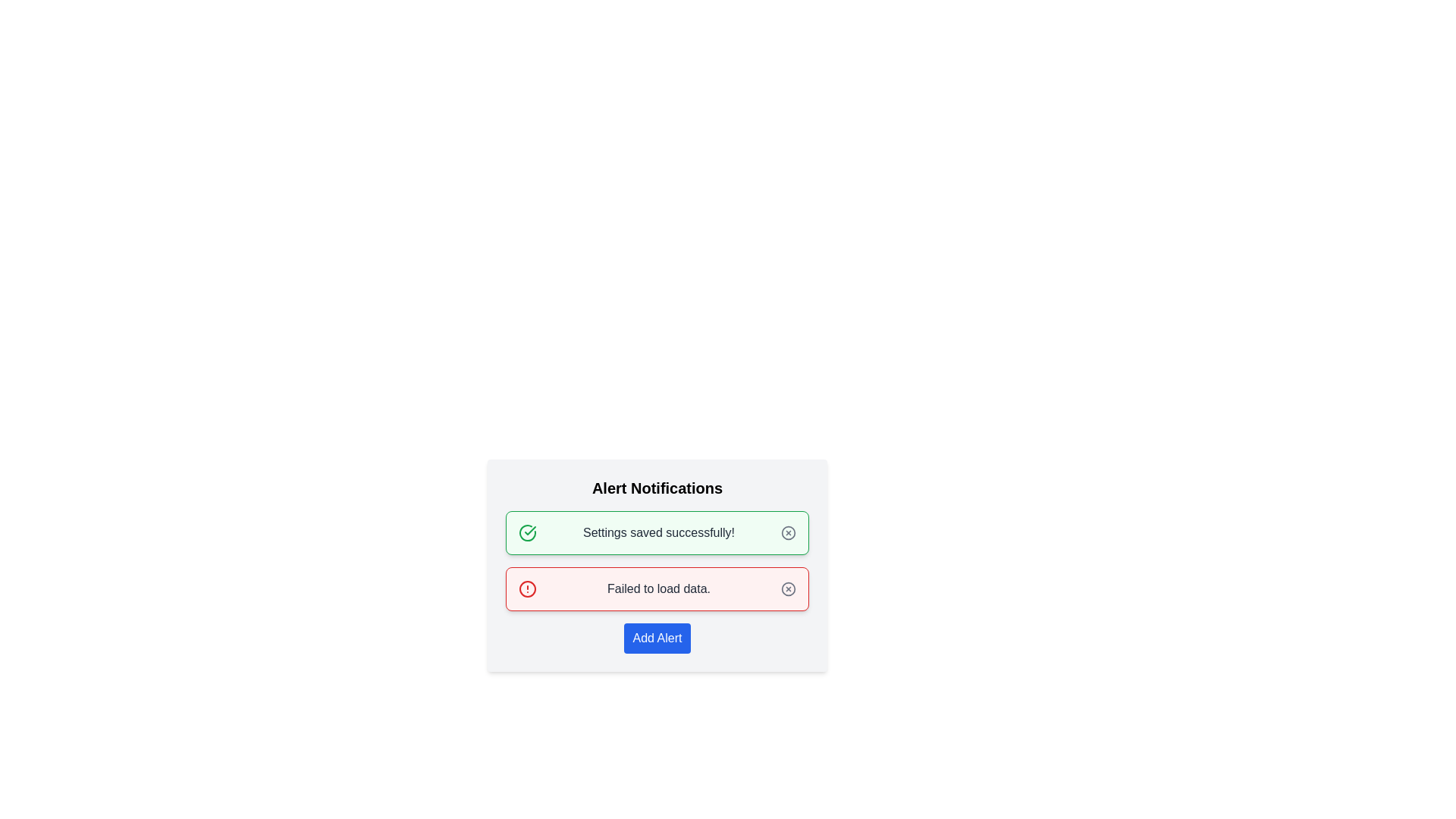 The height and width of the screenshot is (819, 1456). I want to click on the small circular button with a red border and an 'X' icon inside, so click(789, 588).